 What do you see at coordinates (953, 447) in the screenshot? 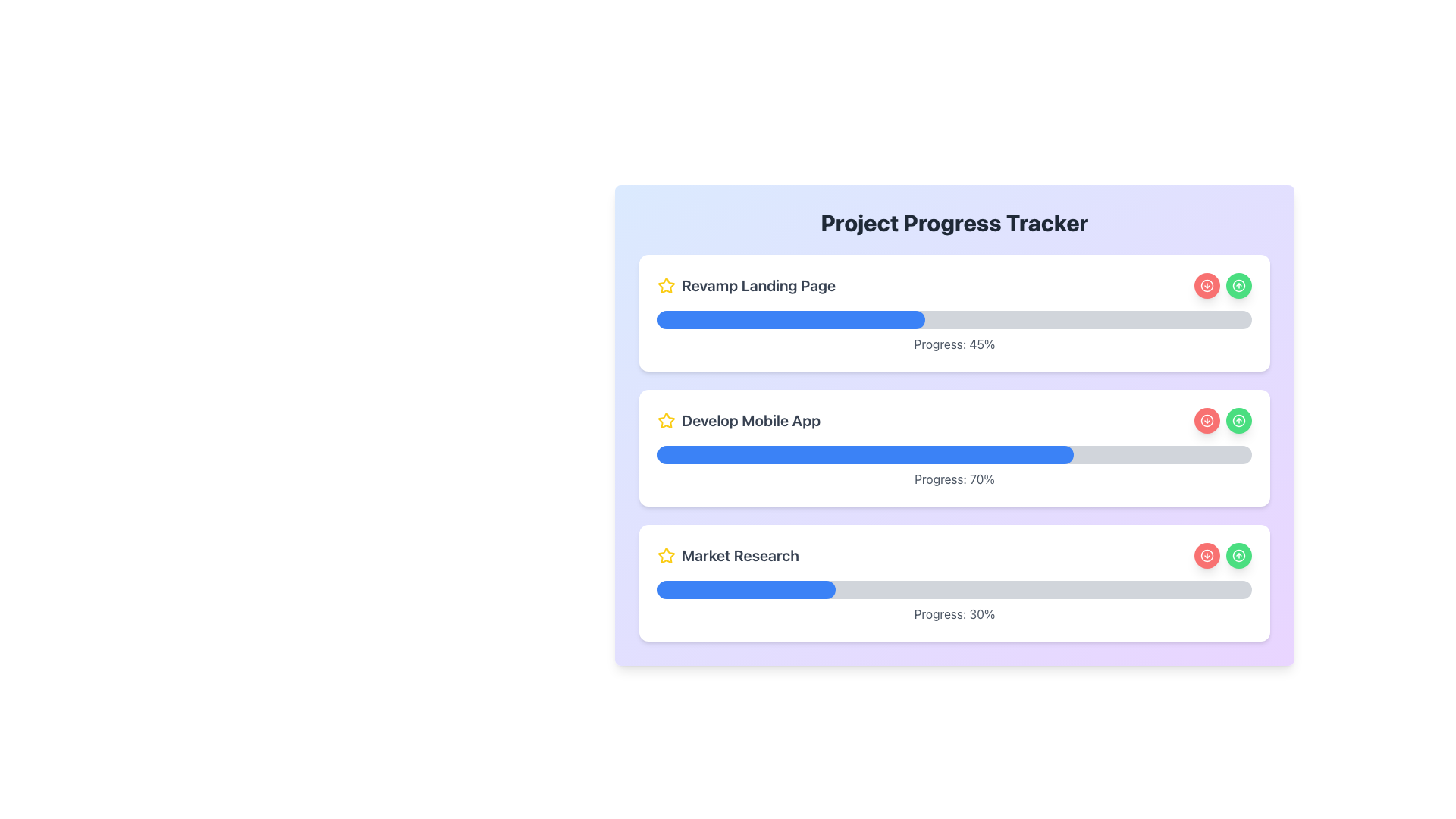
I see `the individual icons or buttons within the second progress tracker section of the structured progress tracker interface, which contains a title, a progress bar, and a percentage indicator` at bounding box center [953, 447].